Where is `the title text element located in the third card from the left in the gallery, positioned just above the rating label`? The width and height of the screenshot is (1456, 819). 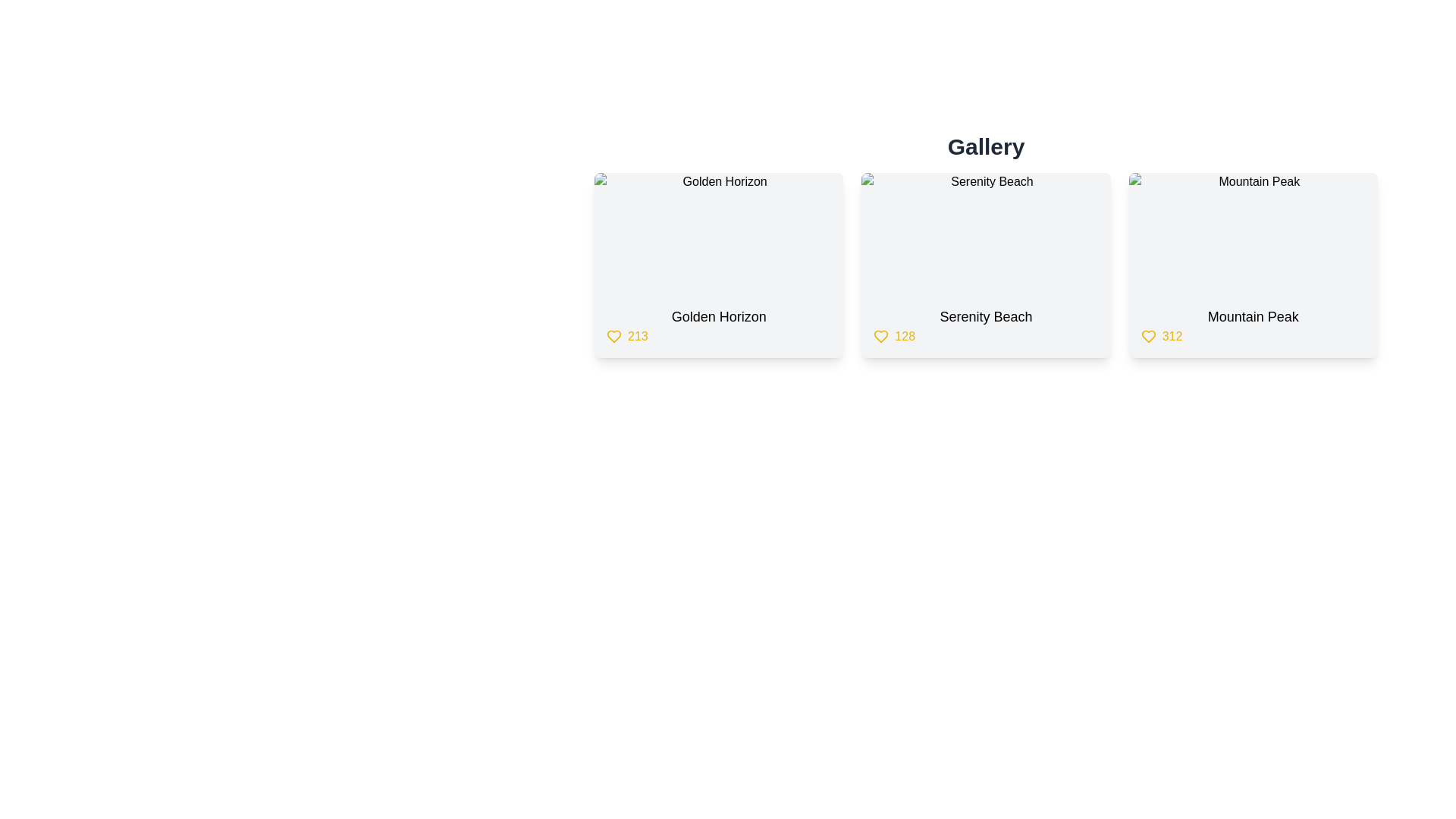
the title text element located in the third card from the left in the gallery, positioned just above the rating label is located at coordinates (1253, 315).